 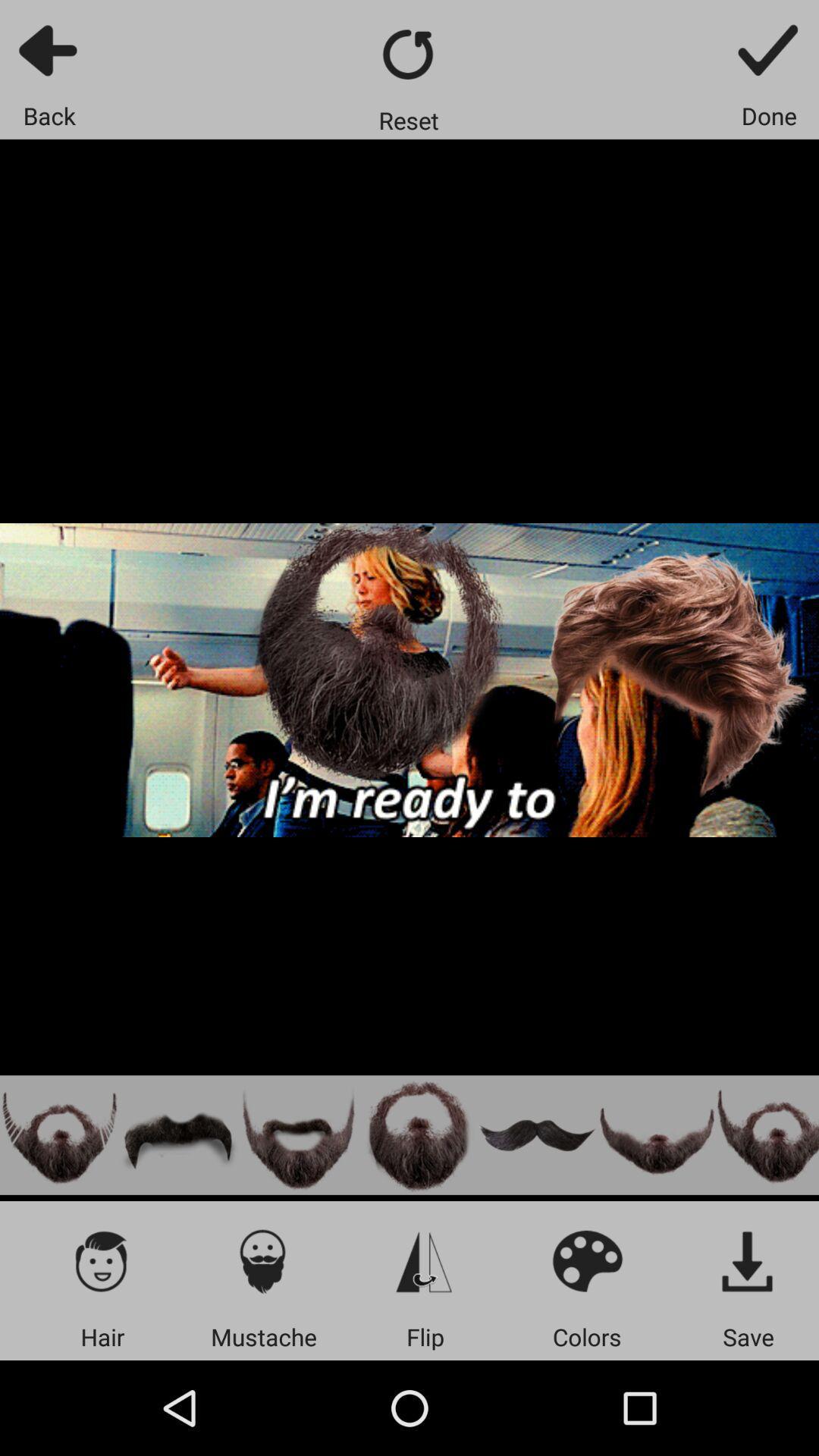 I want to click on change facial hair overlay, so click(x=298, y=1135).